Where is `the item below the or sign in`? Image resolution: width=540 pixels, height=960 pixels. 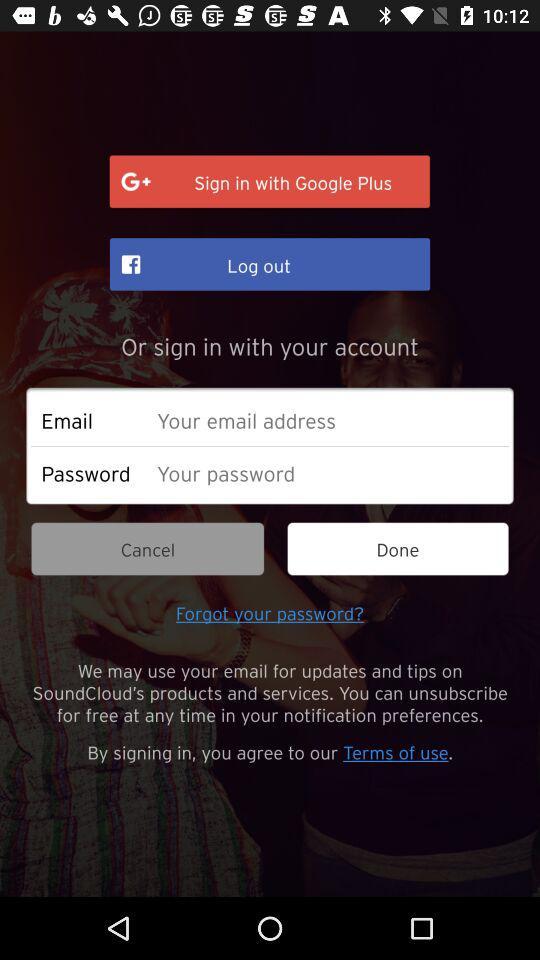 the item below the or sign in is located at coordinates (327, 419).